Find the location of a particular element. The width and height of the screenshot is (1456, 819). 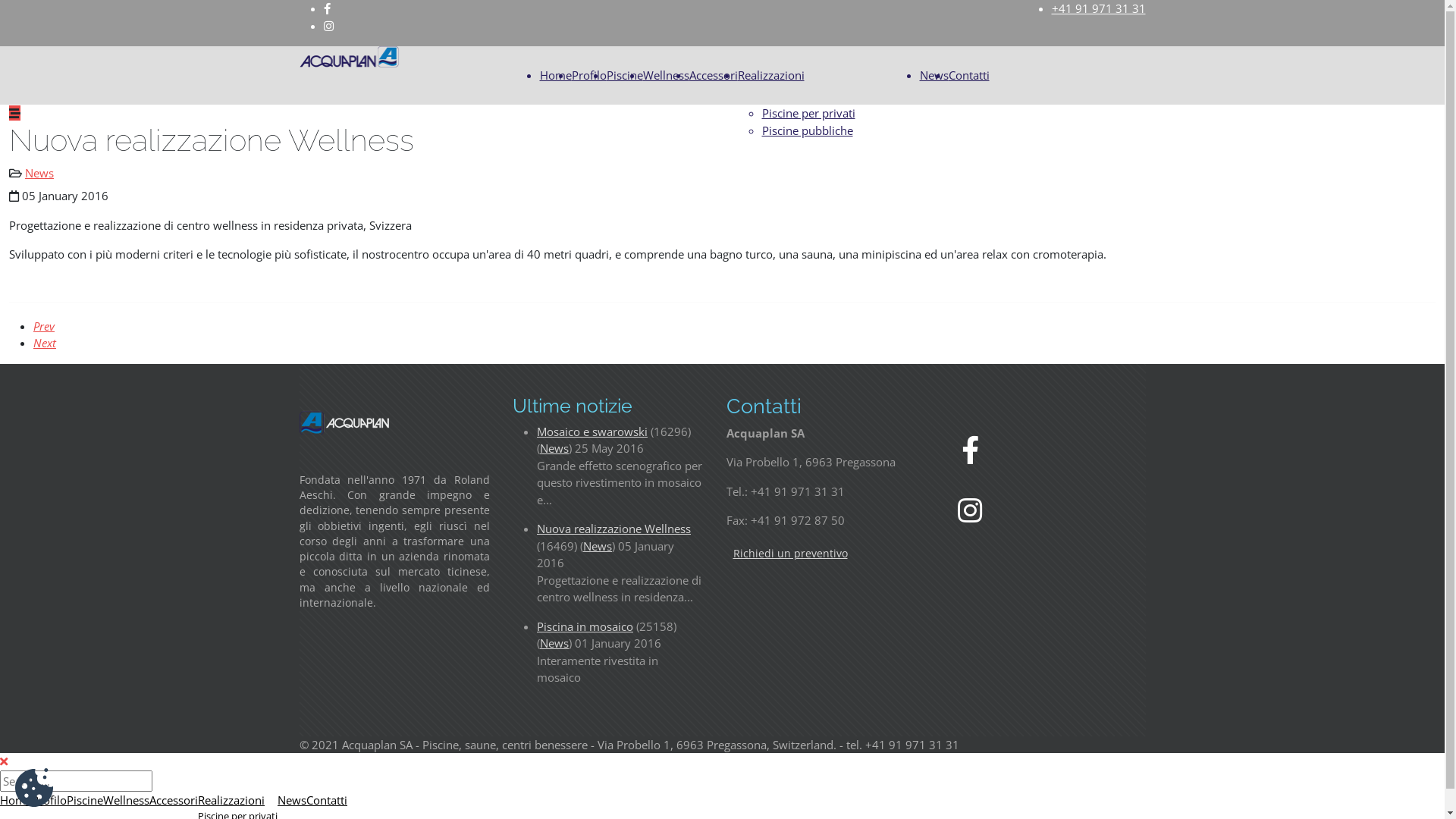

'Realizzazioni' is located at coordinates (770, 75).